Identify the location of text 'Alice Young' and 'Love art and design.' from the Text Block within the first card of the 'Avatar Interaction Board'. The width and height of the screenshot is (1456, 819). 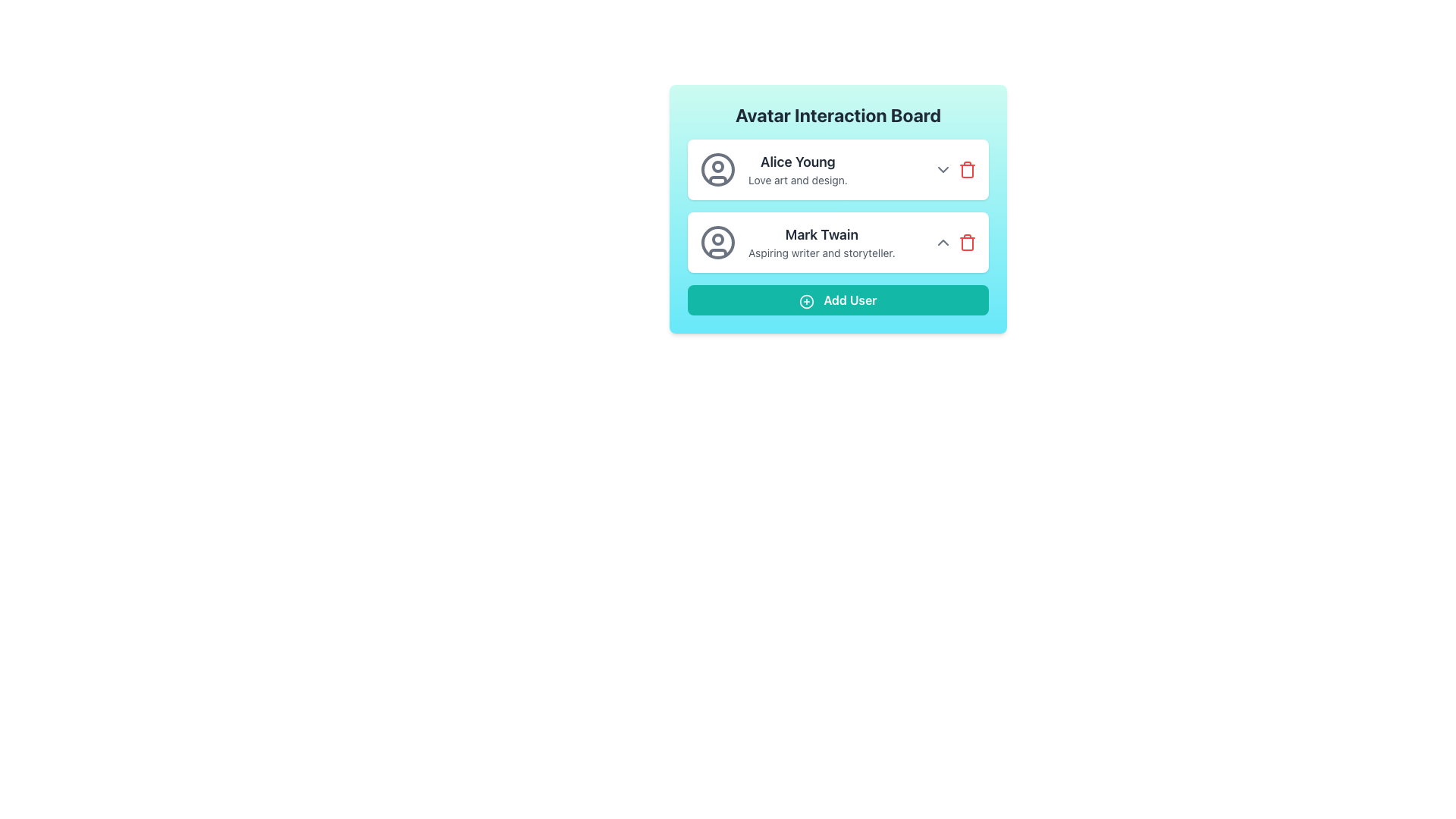
(797, 169).